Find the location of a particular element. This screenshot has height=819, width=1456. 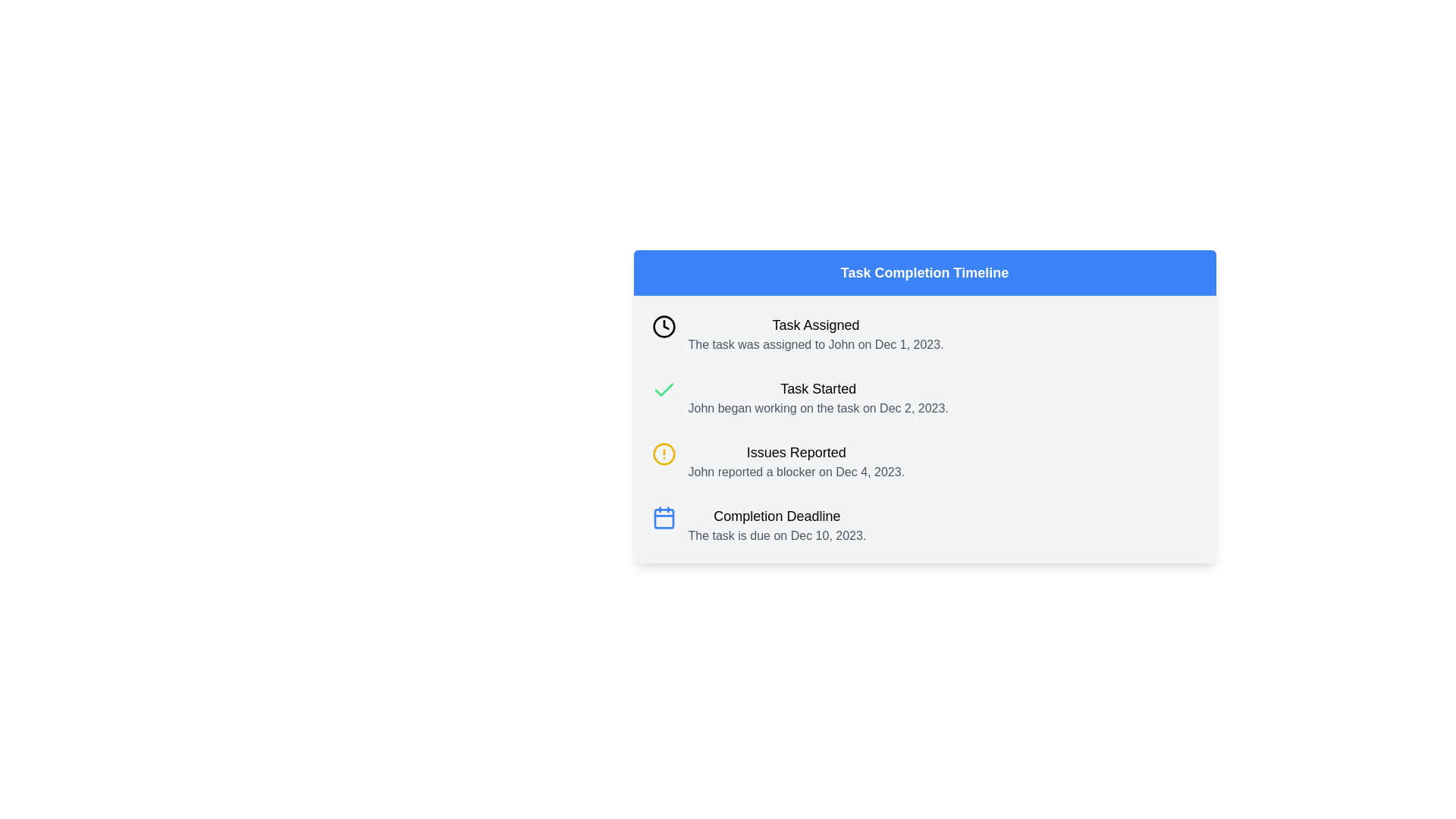

the informative list item that displays 'Issues Reported' and its subtext, which is the third entry in the 'Task Completion Timeline' section is located at coordinates (924, 461).